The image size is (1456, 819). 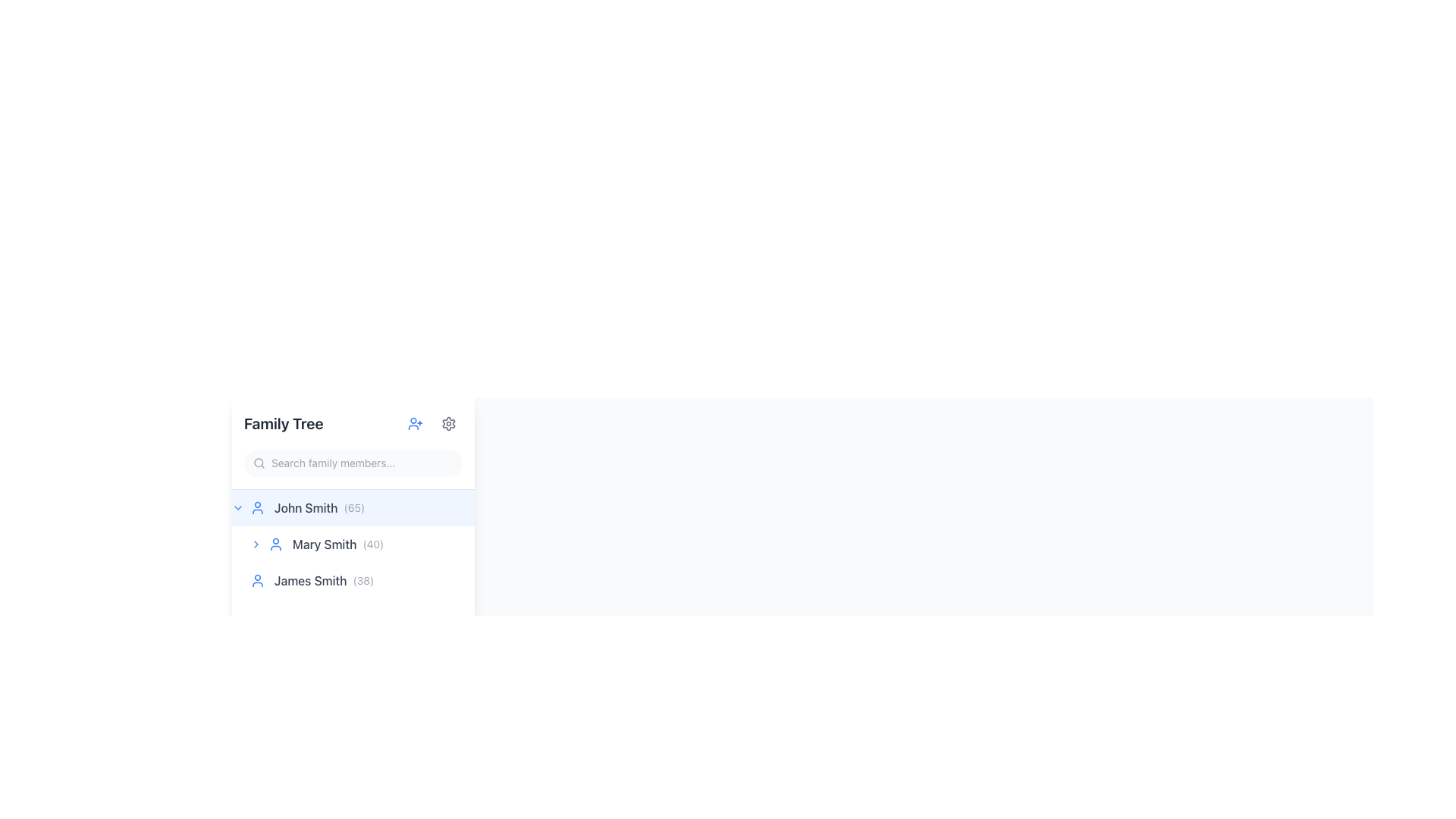 What do you see at coordinates (323, 543) in the screenshot?
I see `the text label representing 'Mary Smith', which serves as an identifier in the list under 'John Smith (65)'` at bounding box center [323, 543].